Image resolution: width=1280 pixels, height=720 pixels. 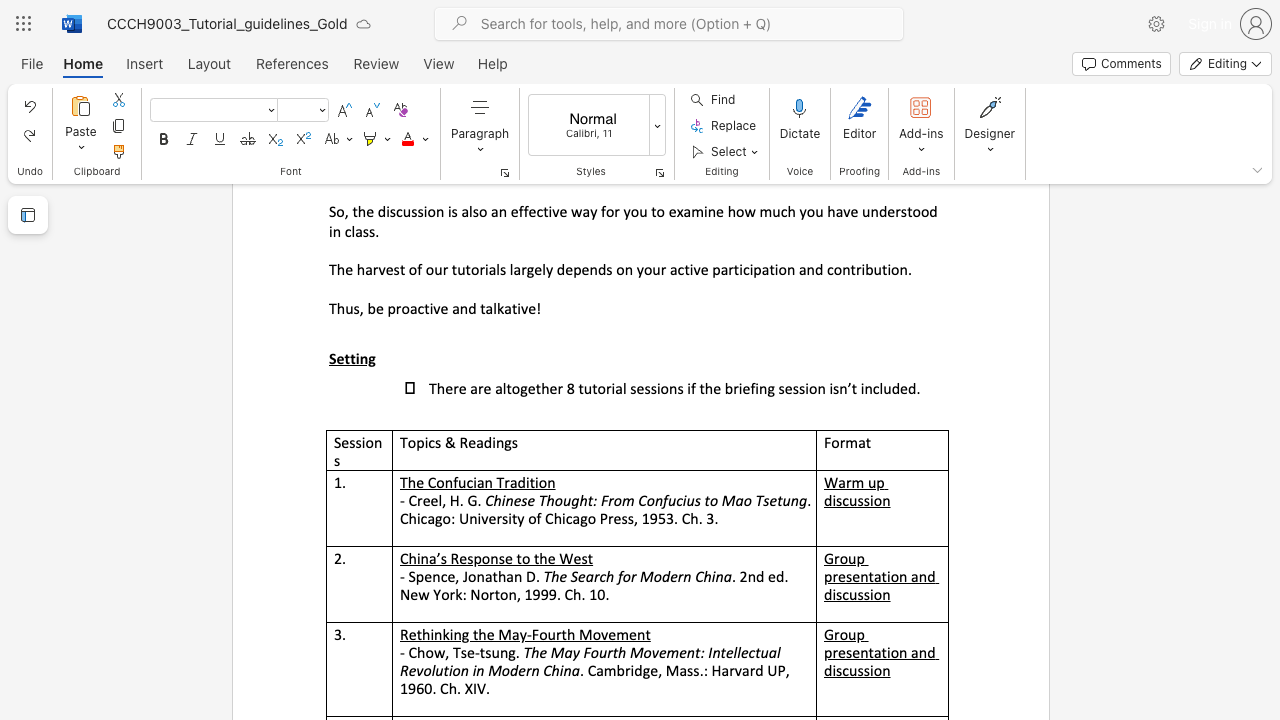 I want to click on the subset text "ngs" within the text "Topics & Readings", so click(x=495, y=441).